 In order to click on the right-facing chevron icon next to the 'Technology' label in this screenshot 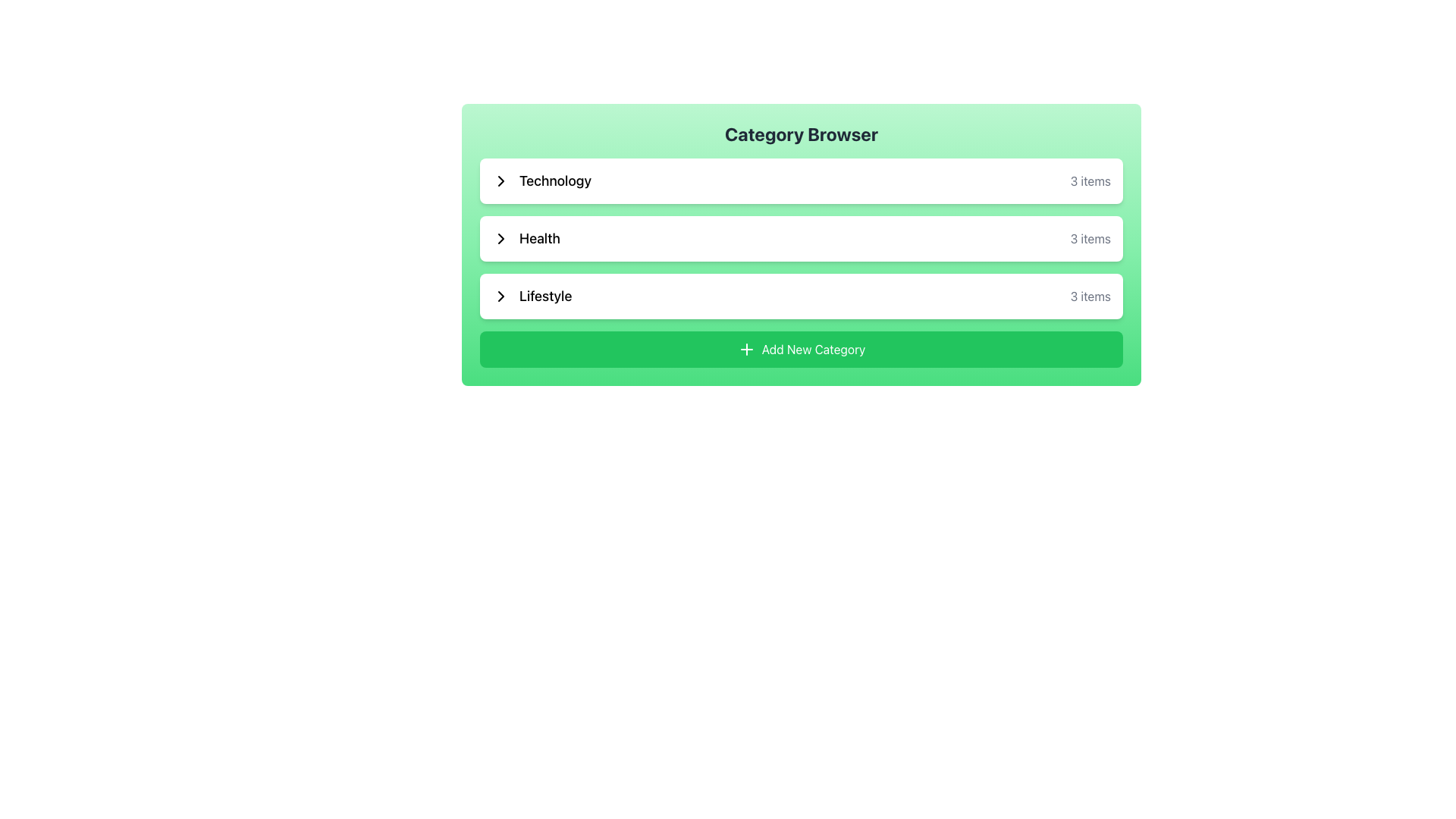, I will do `click(501, 180)`.